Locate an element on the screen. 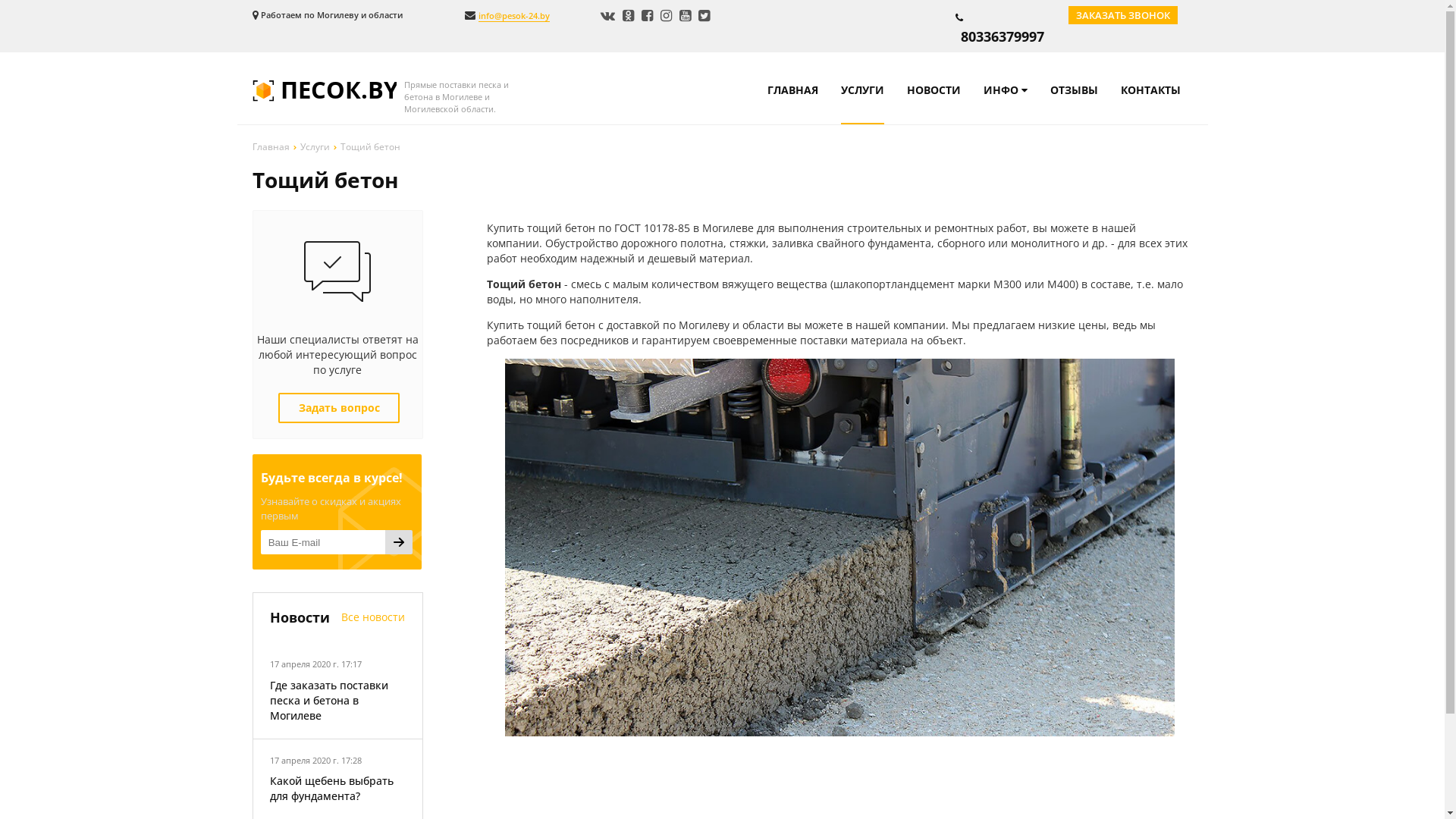 The image size is (1456, 819). 'info@pesok-24.by' is located at coordinates (476, 15).